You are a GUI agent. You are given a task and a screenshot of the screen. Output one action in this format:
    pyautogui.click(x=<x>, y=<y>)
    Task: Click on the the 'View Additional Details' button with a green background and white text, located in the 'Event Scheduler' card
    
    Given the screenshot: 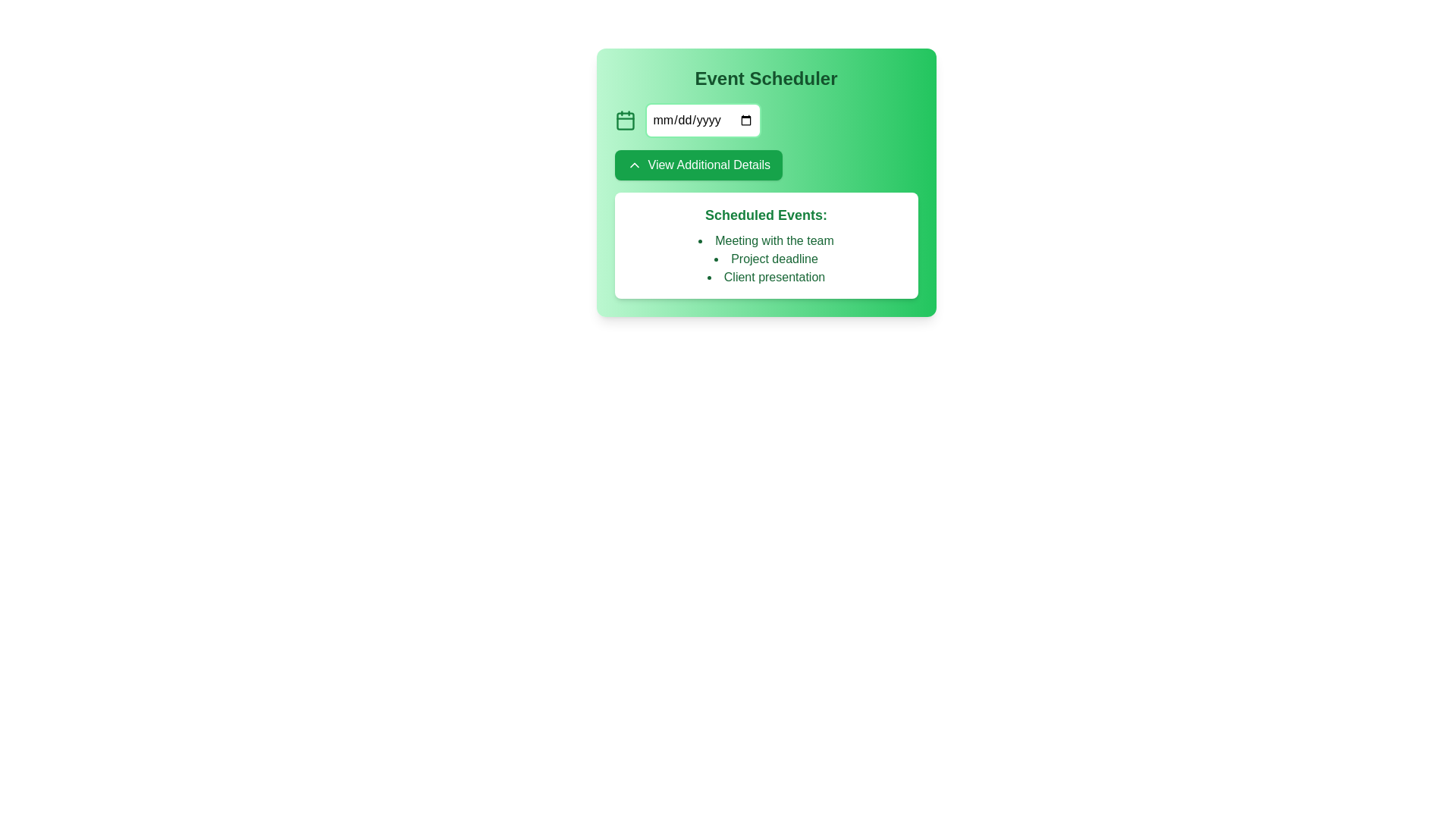 What is the action you would take?
    pyautogui.click(x=698, y=165)
    